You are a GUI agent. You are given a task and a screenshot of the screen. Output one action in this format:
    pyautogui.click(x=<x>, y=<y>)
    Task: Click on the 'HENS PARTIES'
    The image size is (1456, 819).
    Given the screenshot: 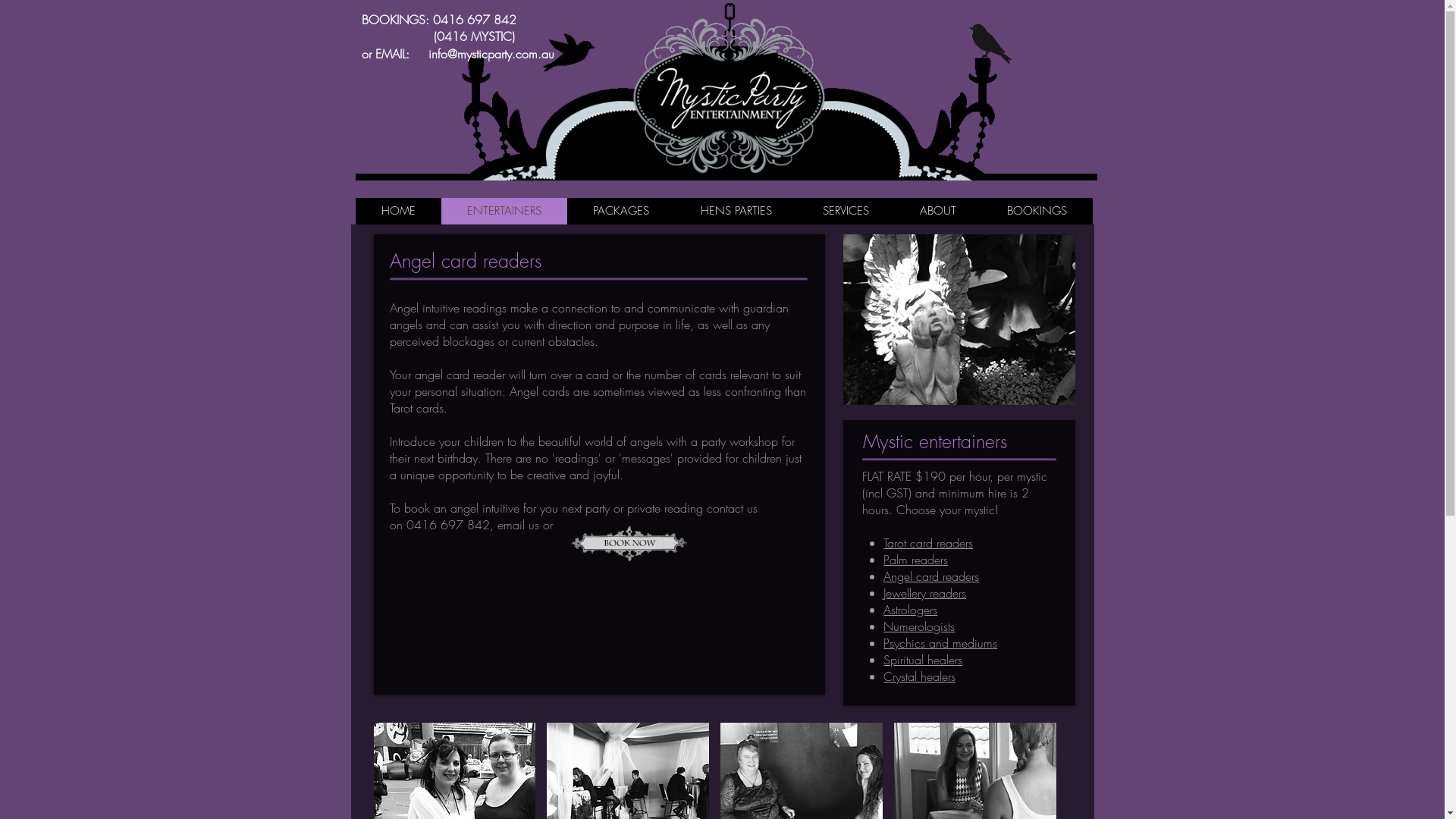 What is the action you would take?
    pyautogui.click(x=736, y=211)
    